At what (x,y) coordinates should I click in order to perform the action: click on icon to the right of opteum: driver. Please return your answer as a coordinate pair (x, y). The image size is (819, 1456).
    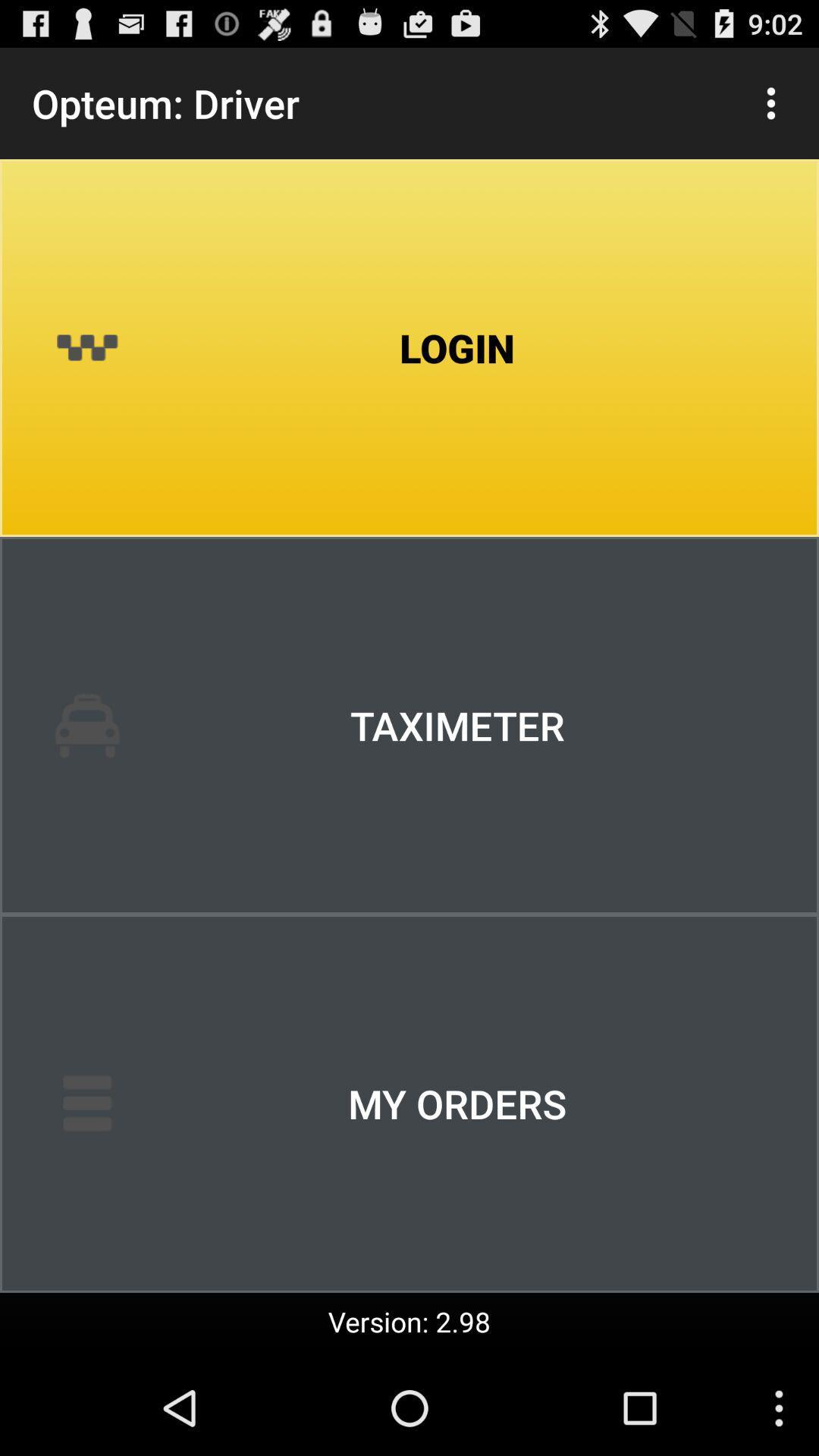
    Looking at the image, I should click on (771, 102).